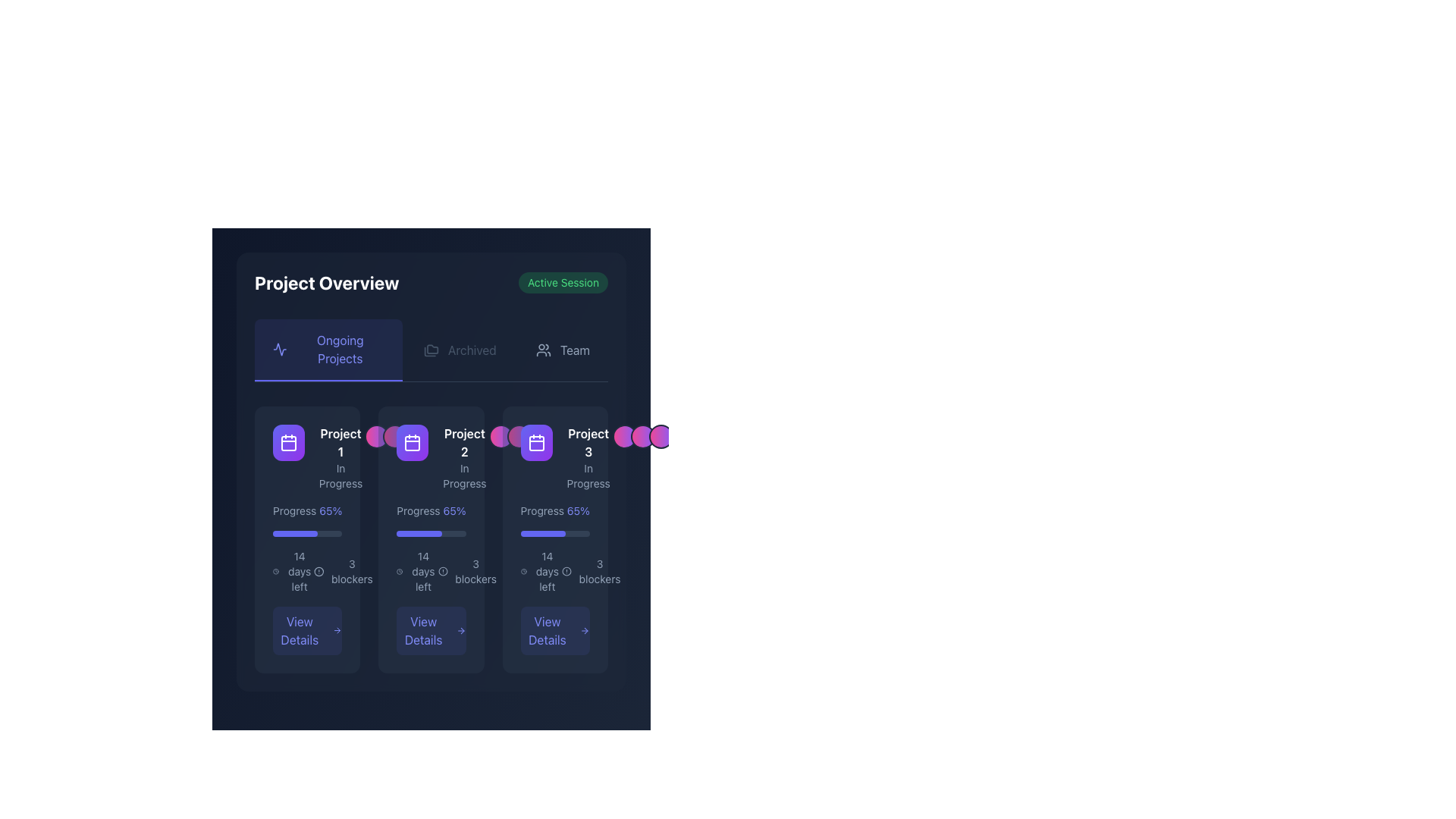 This screenshot has height=819, width=1456. What do you see at coordinates (417, 571) in the screenshot?
I see `the text label displaying '14 days left' in gray font, which is positioned under the progress bar and above the '3 blockers' section within the 'Project 2' card` at bounding box center [417, 571].